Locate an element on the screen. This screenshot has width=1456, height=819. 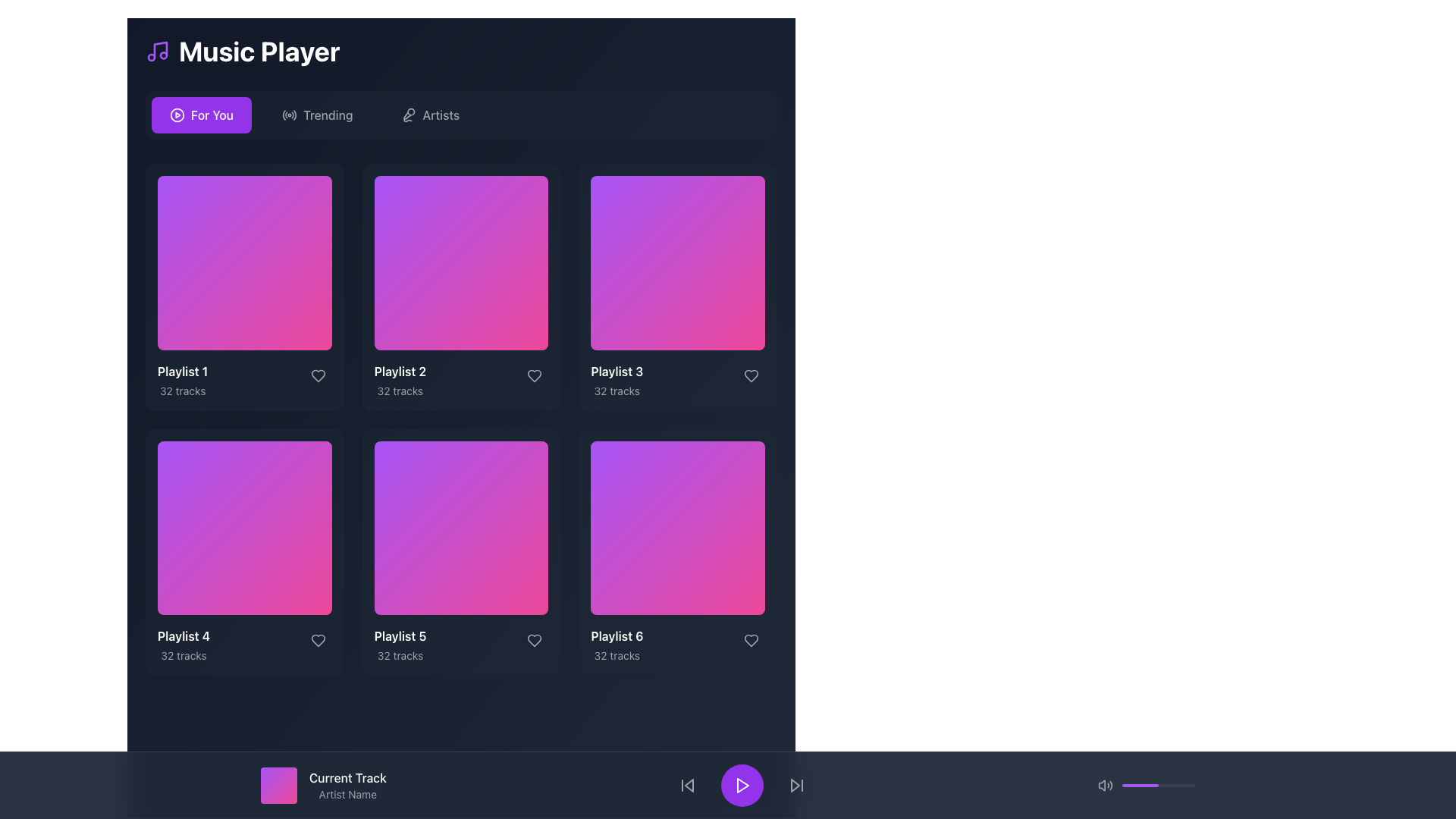
the volume slider is located at coordinates (1148, 785).